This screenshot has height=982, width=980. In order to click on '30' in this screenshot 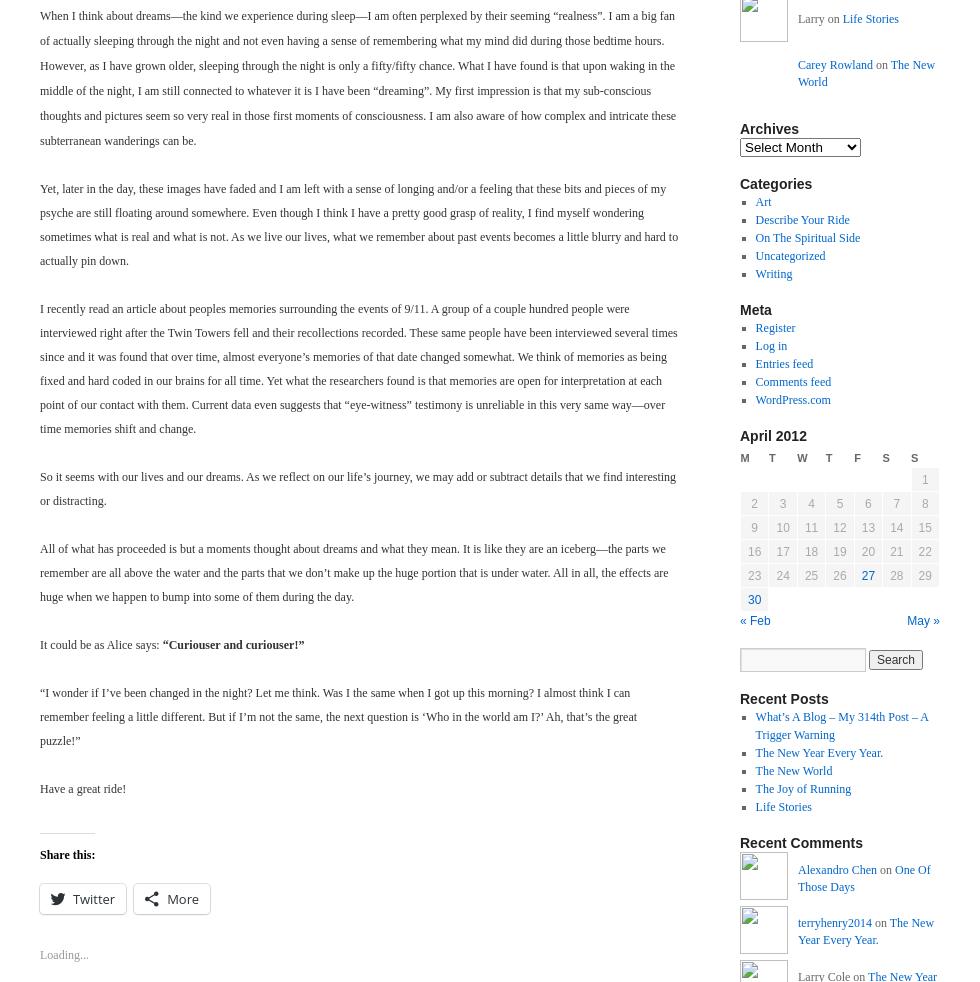, I will do `click(754, 598)`.